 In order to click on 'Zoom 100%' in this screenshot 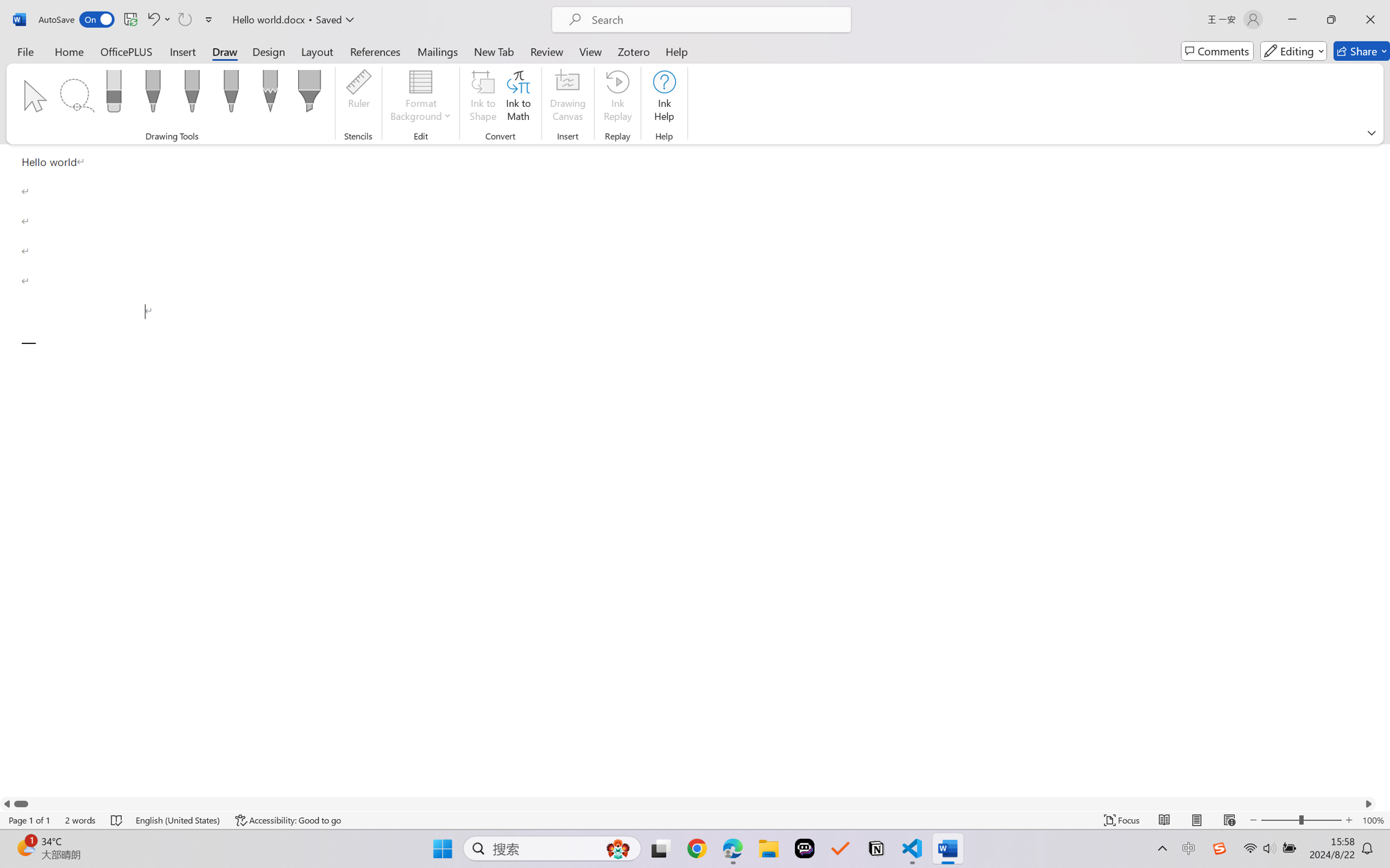, I will do `click(1373, 820)`.